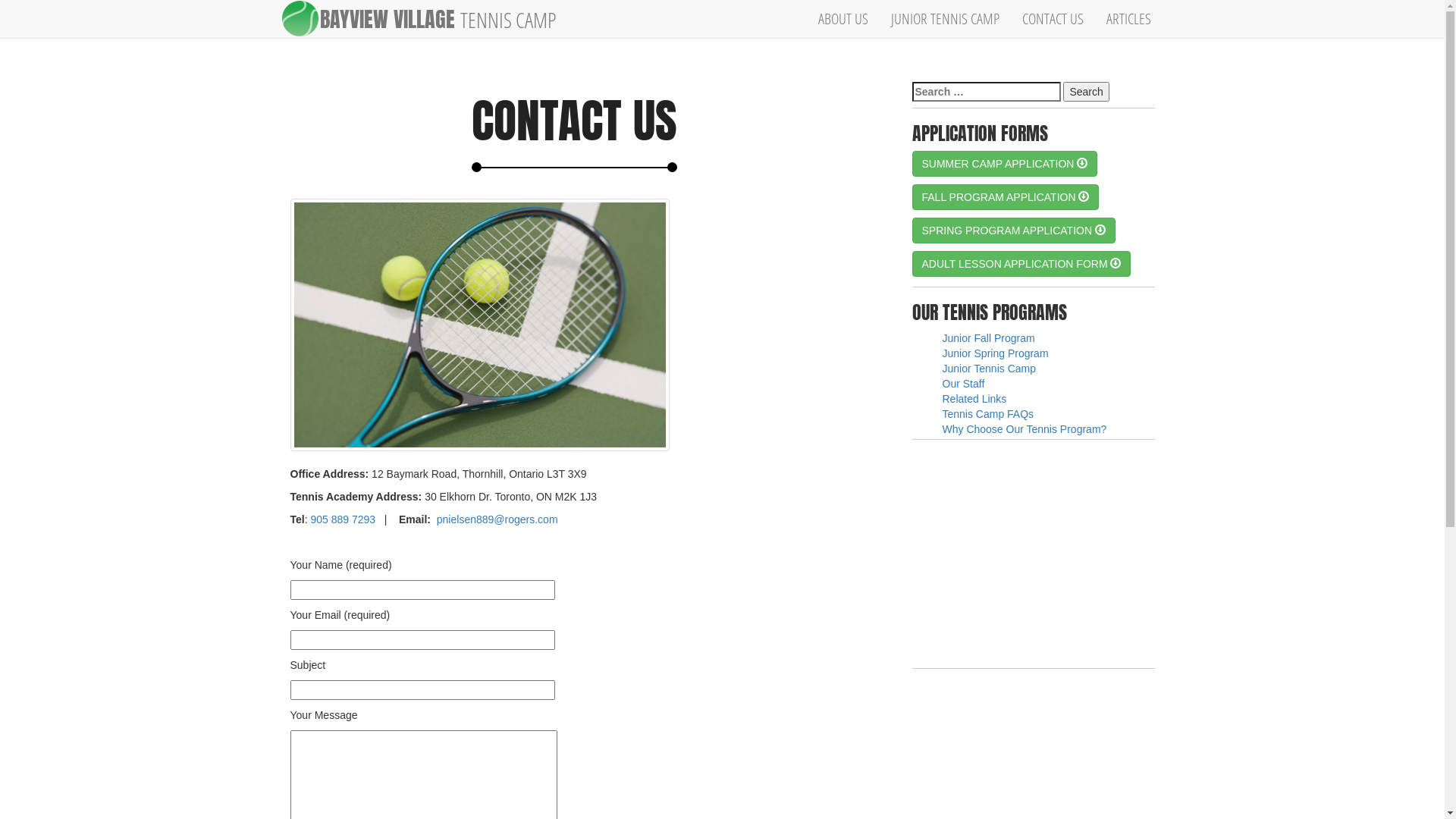  I want to click on 'Junior Tennis Camp', so click(988, 369).